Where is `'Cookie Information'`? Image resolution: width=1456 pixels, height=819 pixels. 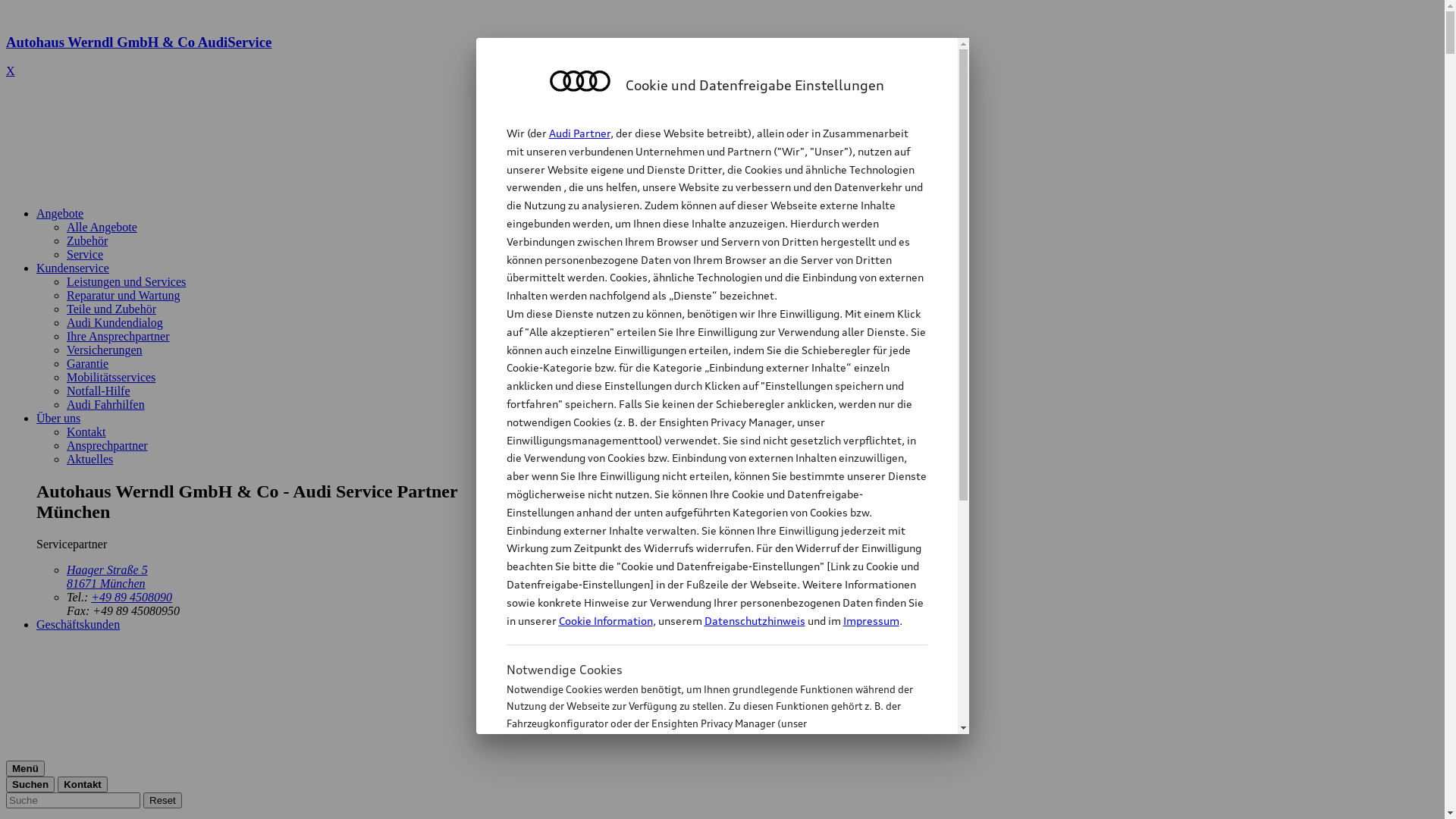 'Cookie Information' is located at coordinates (699, 798).